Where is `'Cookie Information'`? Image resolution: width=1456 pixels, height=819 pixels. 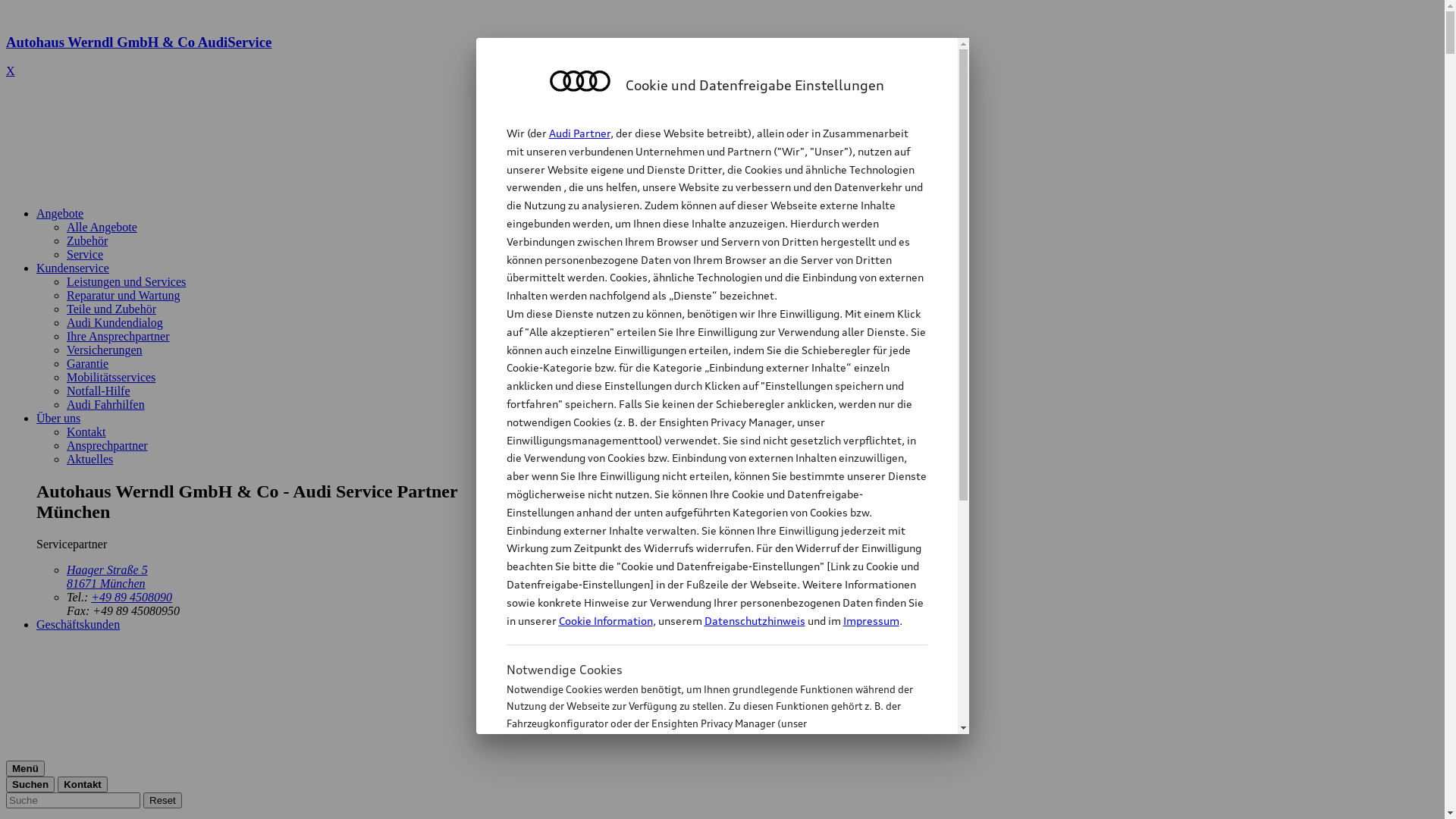 'Cookie Information' is located at coordinates (699, 798).